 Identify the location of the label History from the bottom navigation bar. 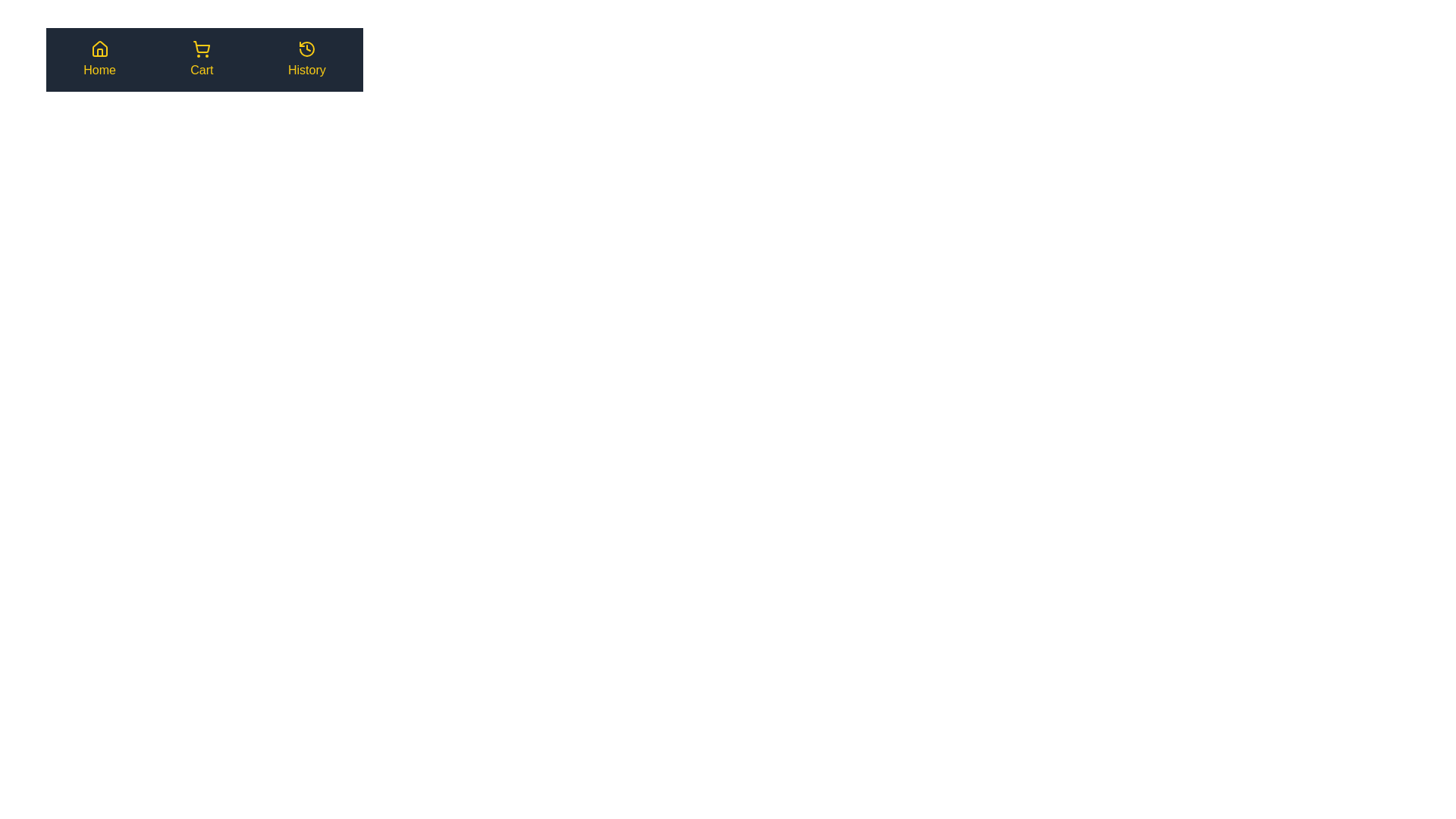
(306, 70).